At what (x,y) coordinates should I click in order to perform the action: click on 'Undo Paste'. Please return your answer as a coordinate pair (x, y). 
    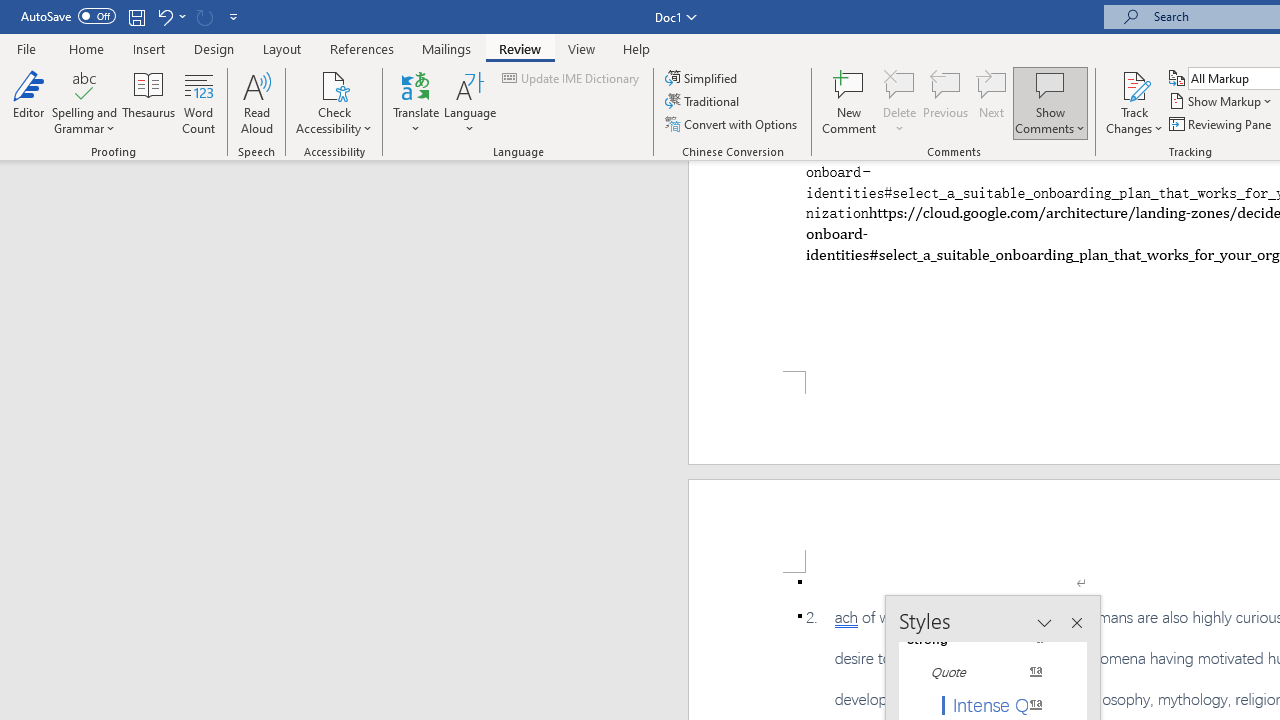
    Looking at the image, I should click on (164, 16).